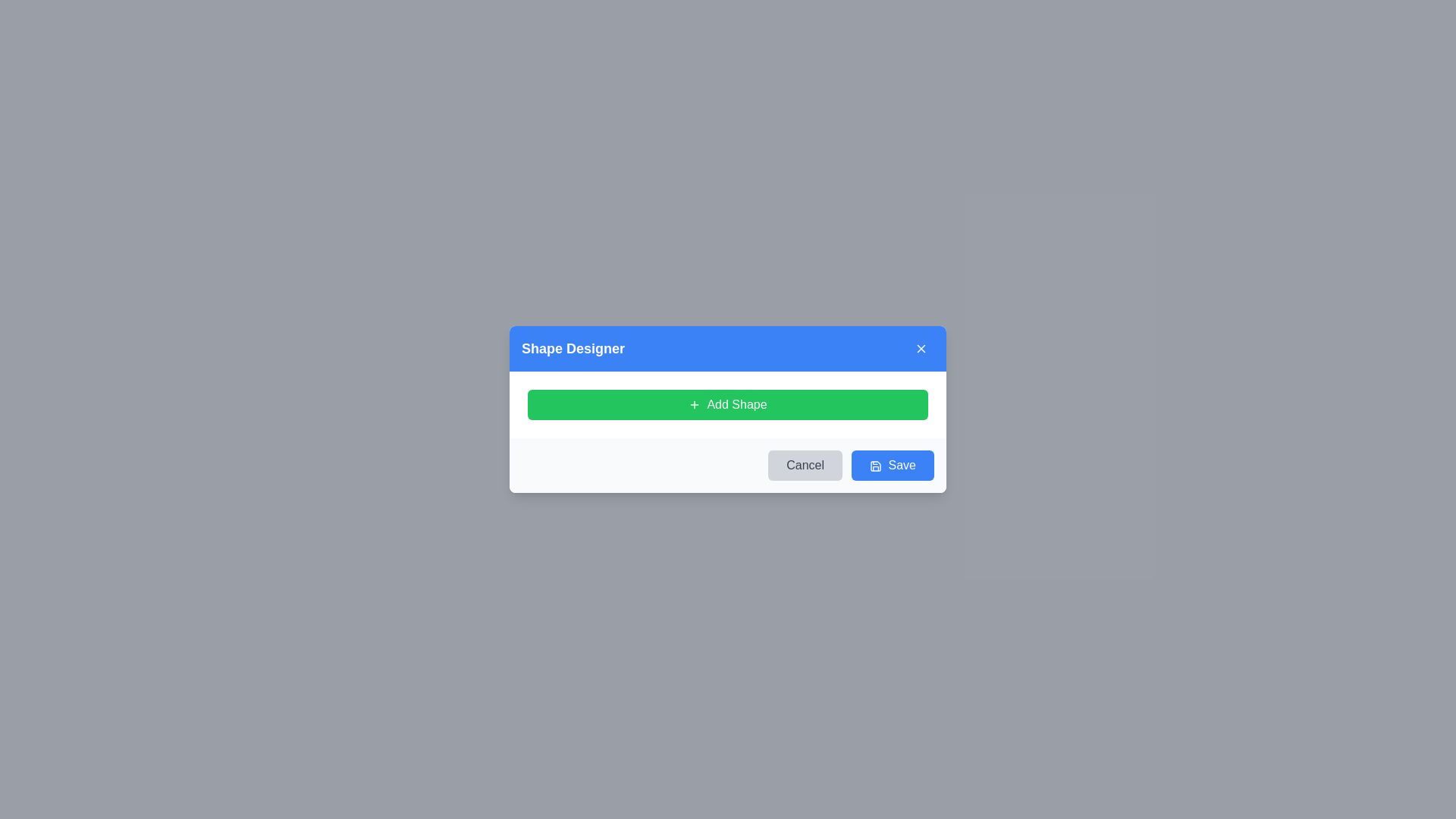  I want to click on the 'Add Shape' button in the 'Shape Designer' dialog, so click(728, 403).